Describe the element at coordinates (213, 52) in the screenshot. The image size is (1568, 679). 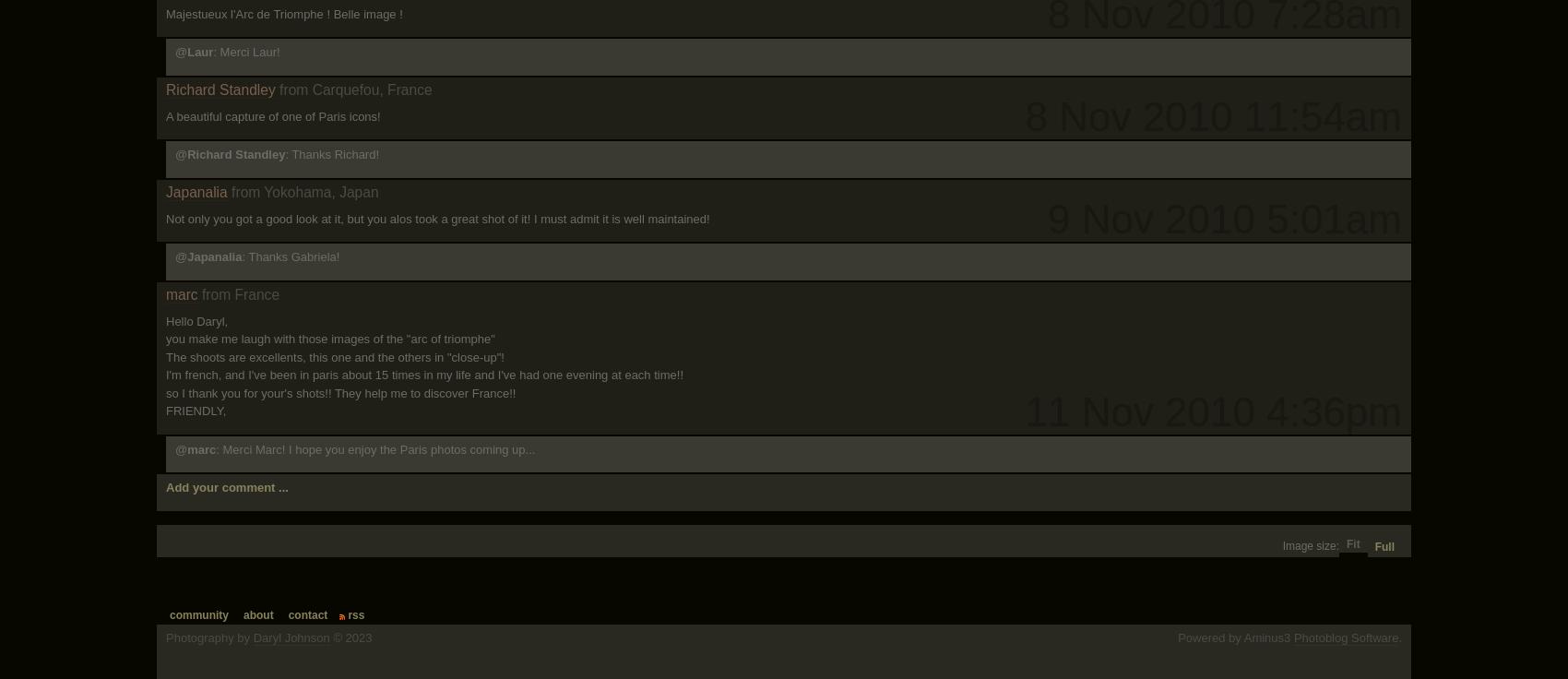
I see `': Merci Laur!'` at that location.